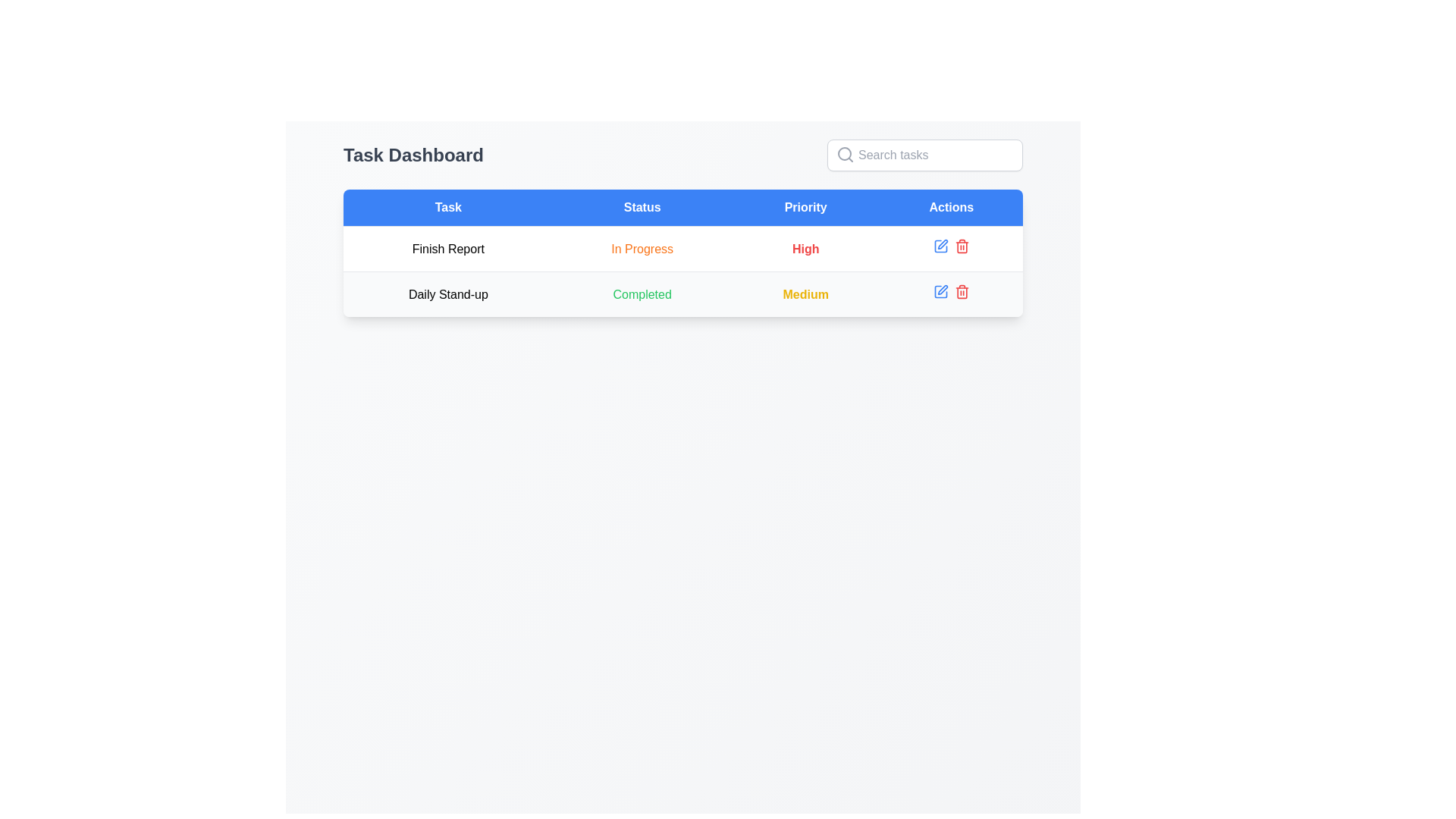 The image size is (1456, 819). Describe the element at coordinates (961, 245) in the screenshot. I see `the red-colored trash bin icon in the 'Actions' column of the second row` at that location.